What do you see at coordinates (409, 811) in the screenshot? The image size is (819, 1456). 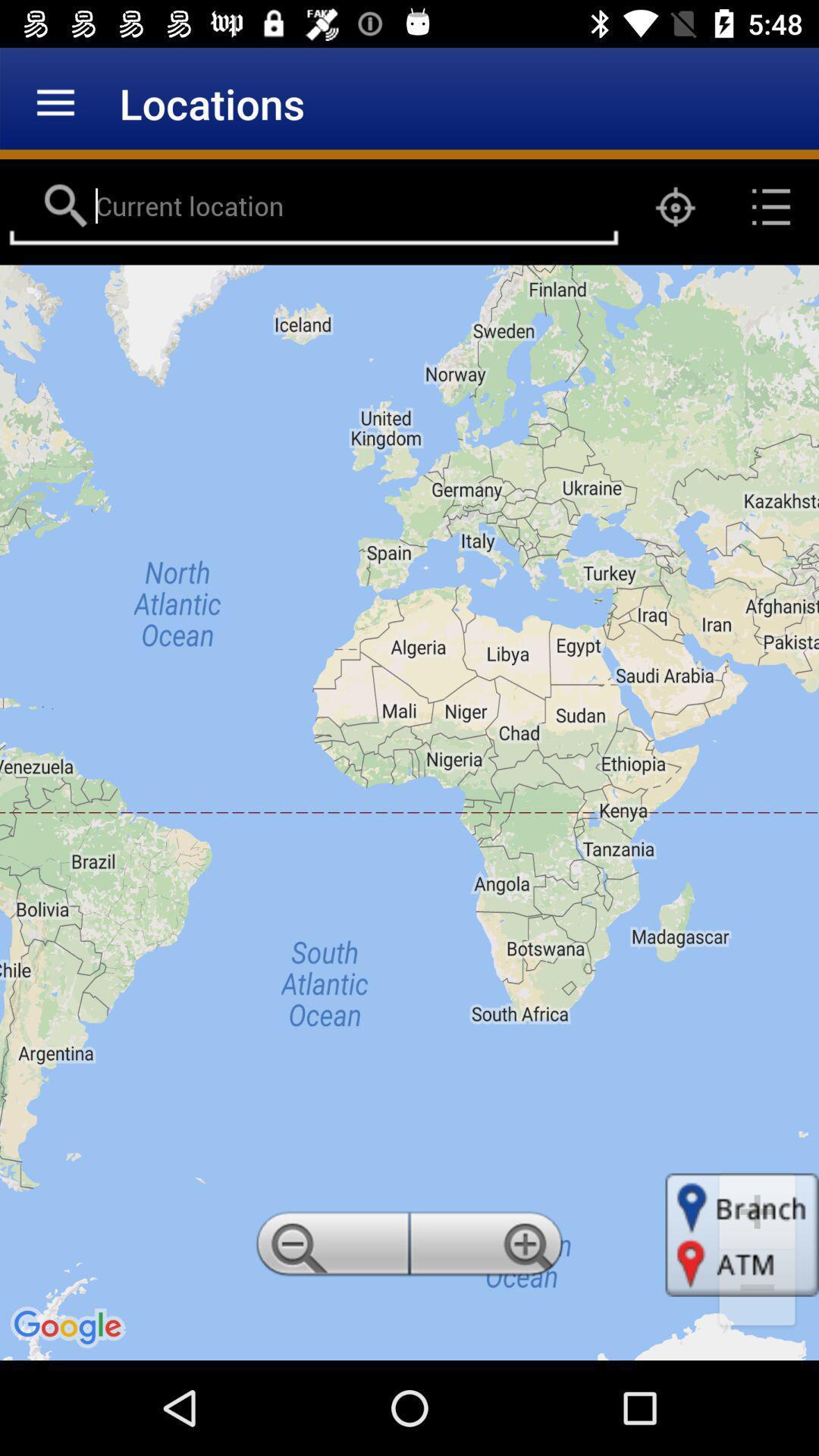 I see `item at the center` at bounding box center [409, 811].